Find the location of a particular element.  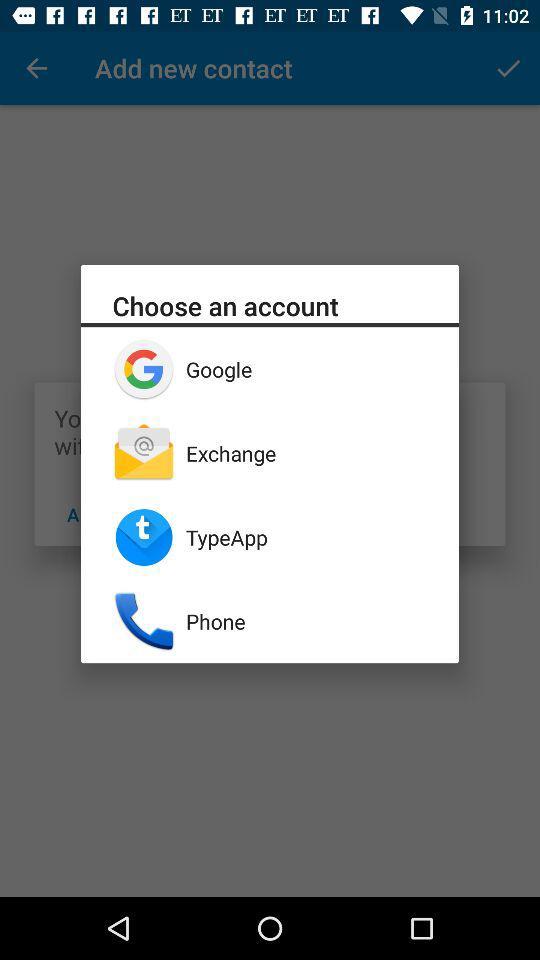

the exchange icon is located at coordinates (306, 453).